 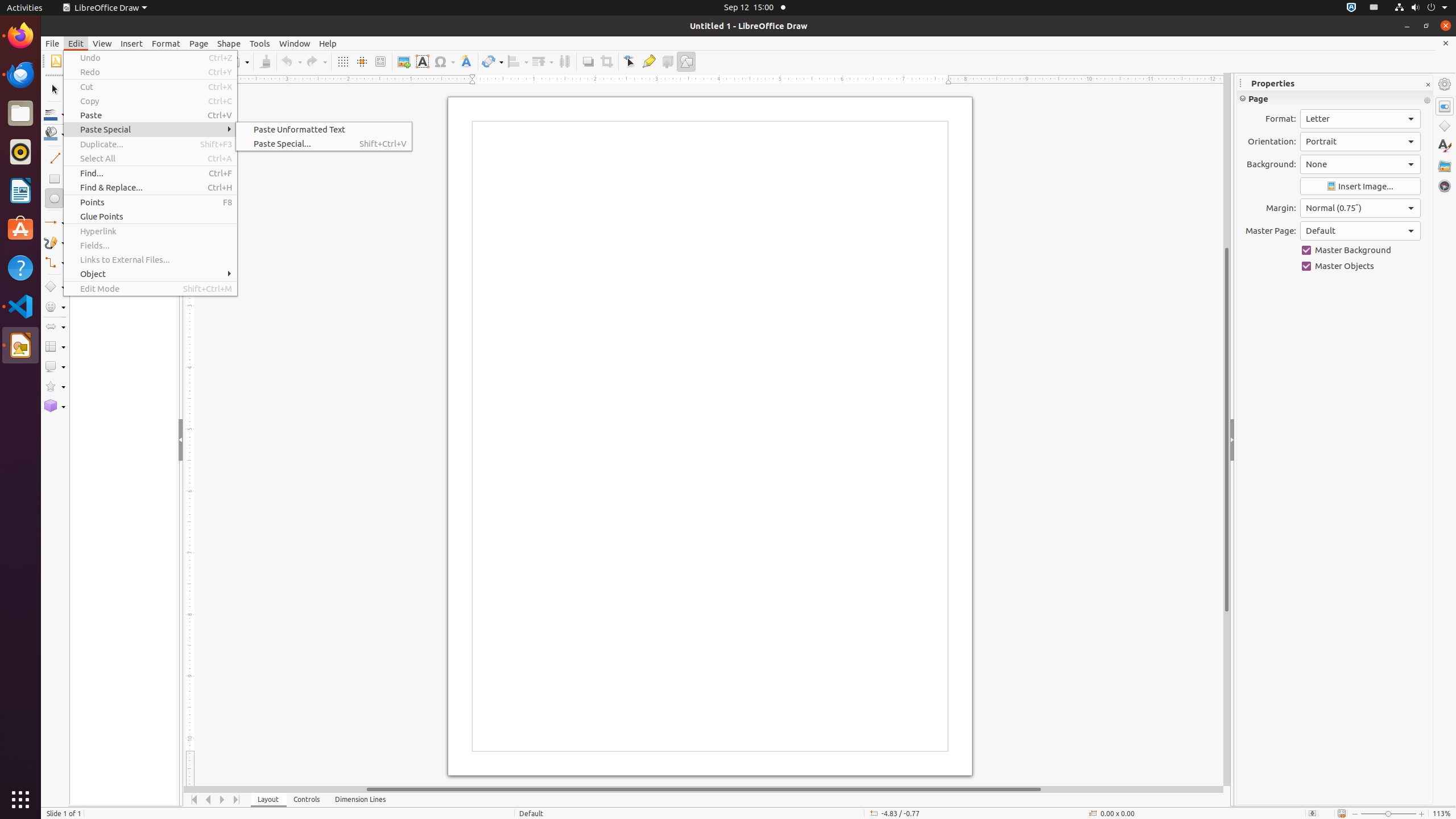 What do you see at coordinates (150, 100) in the screenshot?
I see `'Copy'` at bounding box center [150, 100].